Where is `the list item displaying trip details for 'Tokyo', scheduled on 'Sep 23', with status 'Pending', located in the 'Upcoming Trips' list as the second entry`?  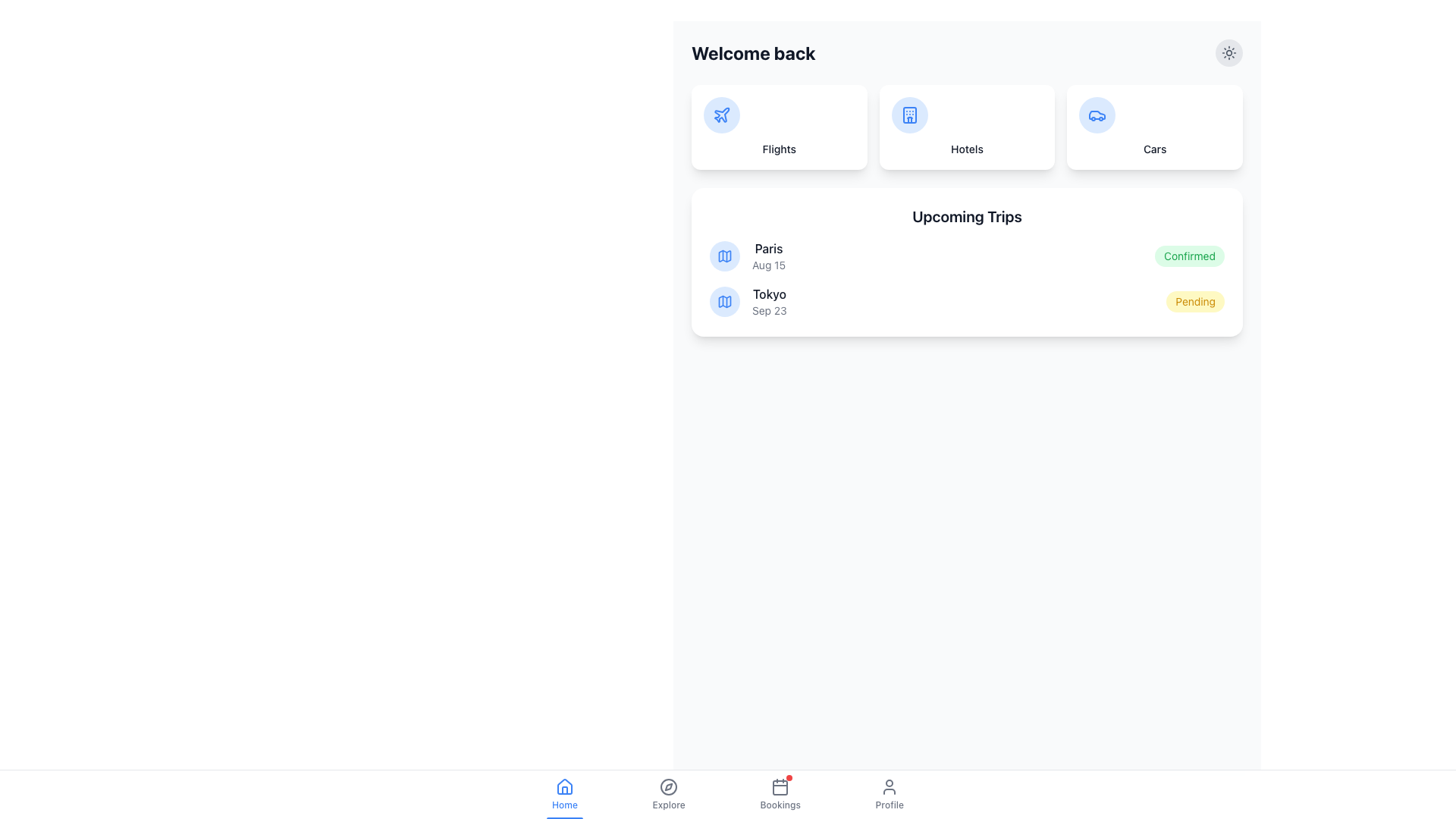
the list item displaying trip details for 'Tokyo', scheduled on 'Sep 23', with status 'Pending', located in the 'Upcoming Trips' list as the second entry is located at coordinates (966, 301).